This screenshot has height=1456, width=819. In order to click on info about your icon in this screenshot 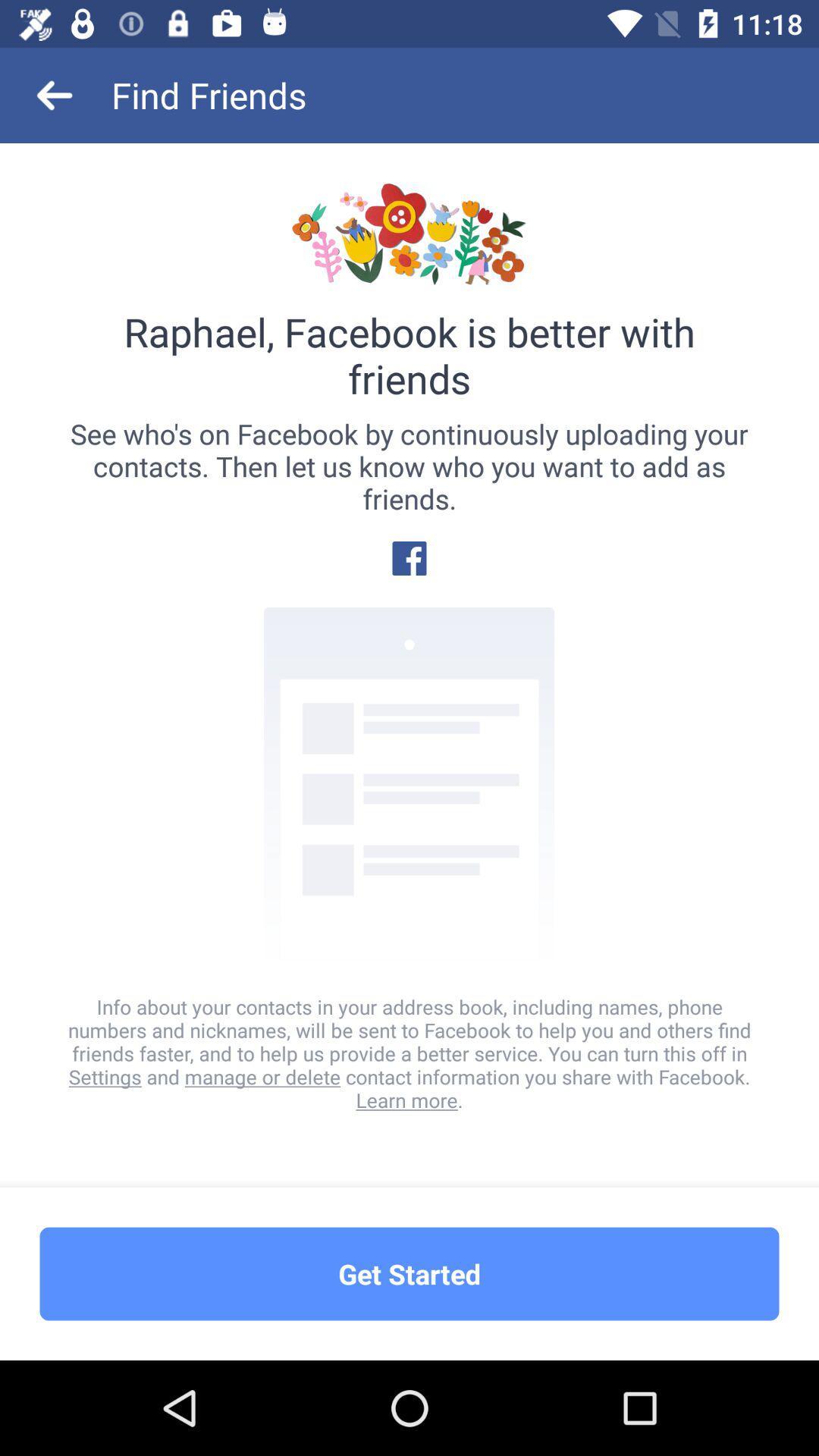, I will do `click(409, 1053)`.